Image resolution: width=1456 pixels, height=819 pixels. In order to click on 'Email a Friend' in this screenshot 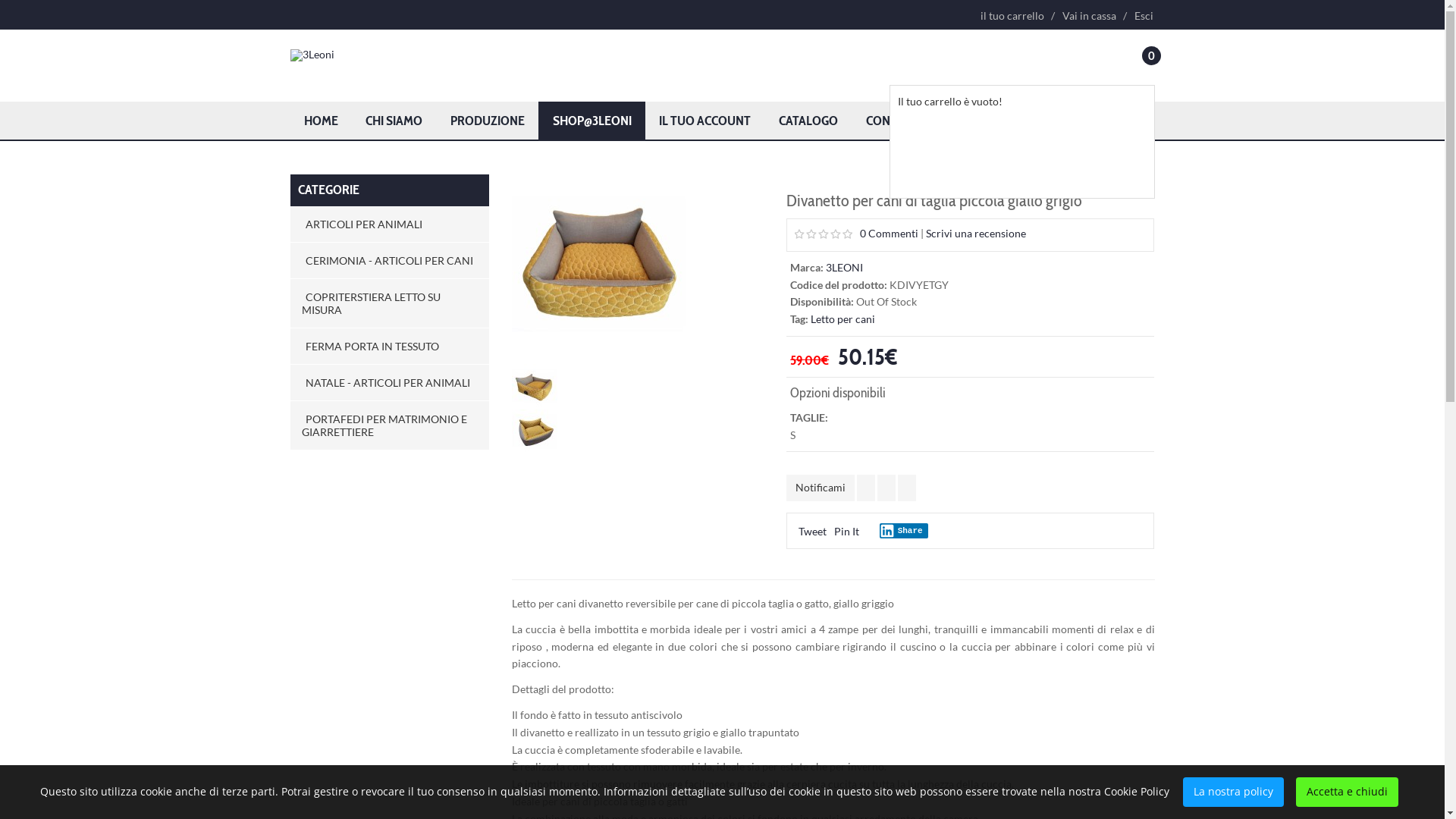, I will do `click(906, 488)`.